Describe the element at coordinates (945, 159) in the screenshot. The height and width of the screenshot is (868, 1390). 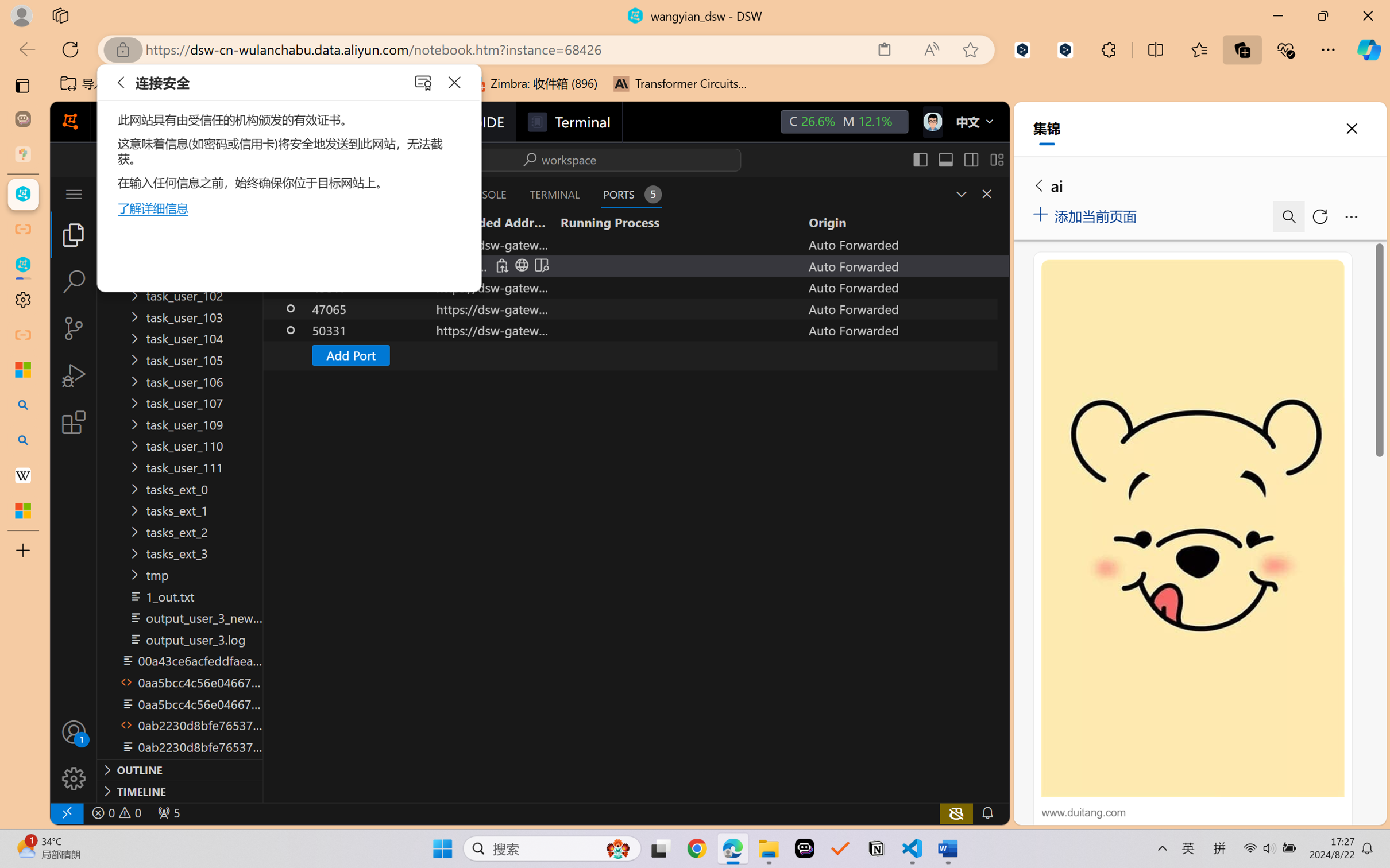
I see `'Toggle Panel (Ctrl+J)'` at that location.